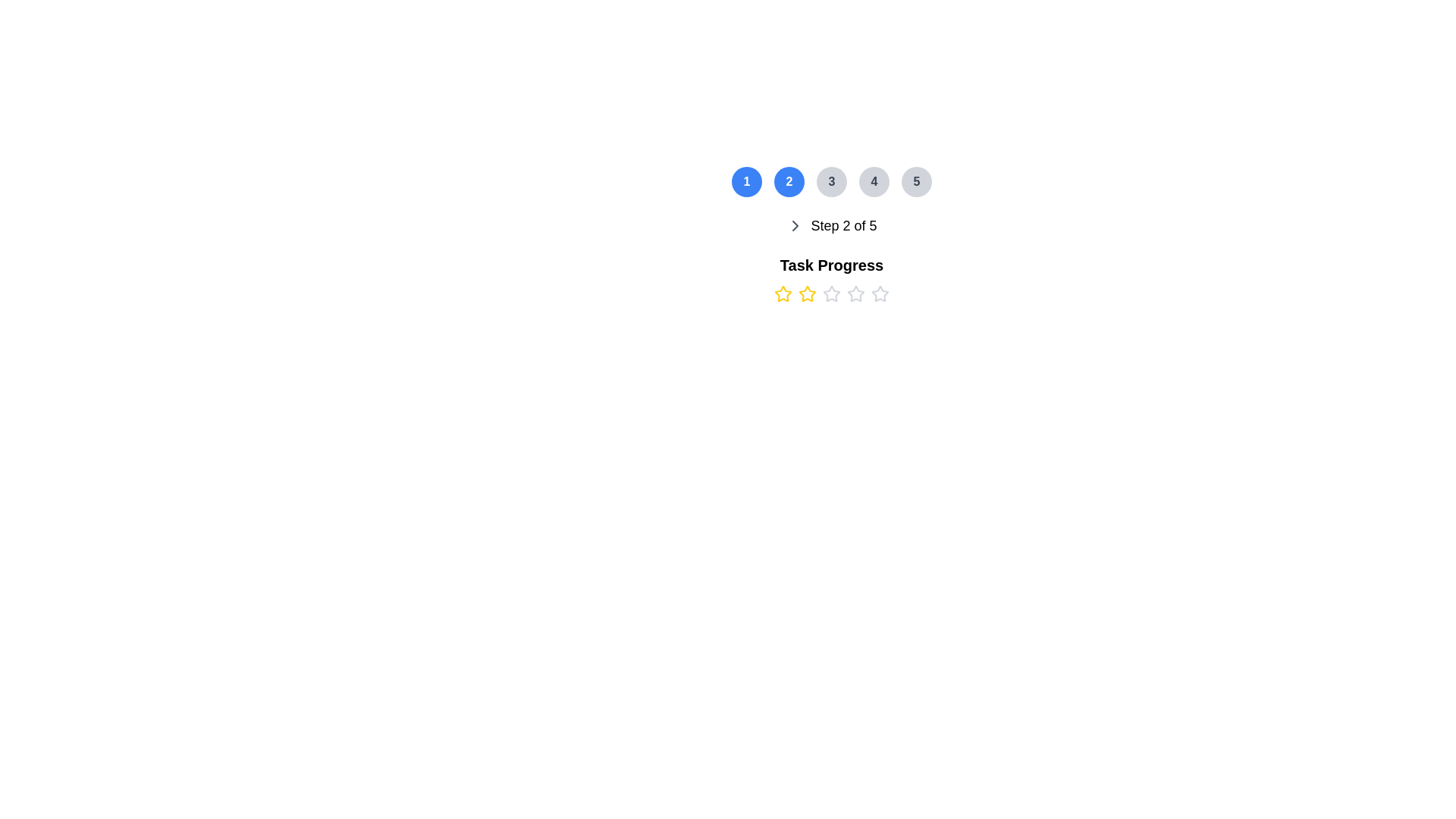 The image size is (1456, 819). I want to click on the third star icon in the rating system under the 'Task Progress' label to assign a rating, so click(855, 293).